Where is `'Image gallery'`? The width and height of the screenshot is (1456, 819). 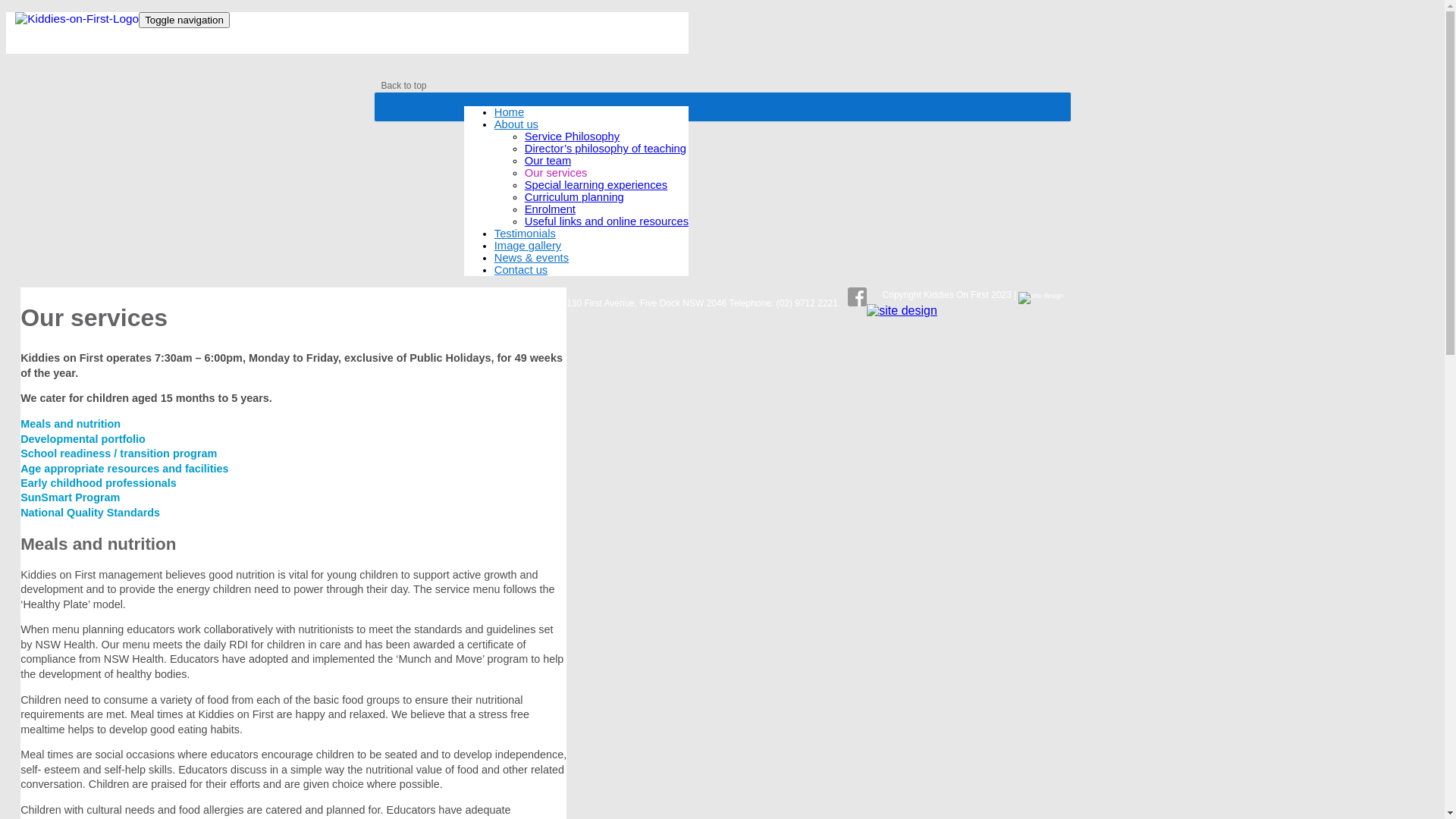 'Image gallery' is located at coordinates (528, 245).